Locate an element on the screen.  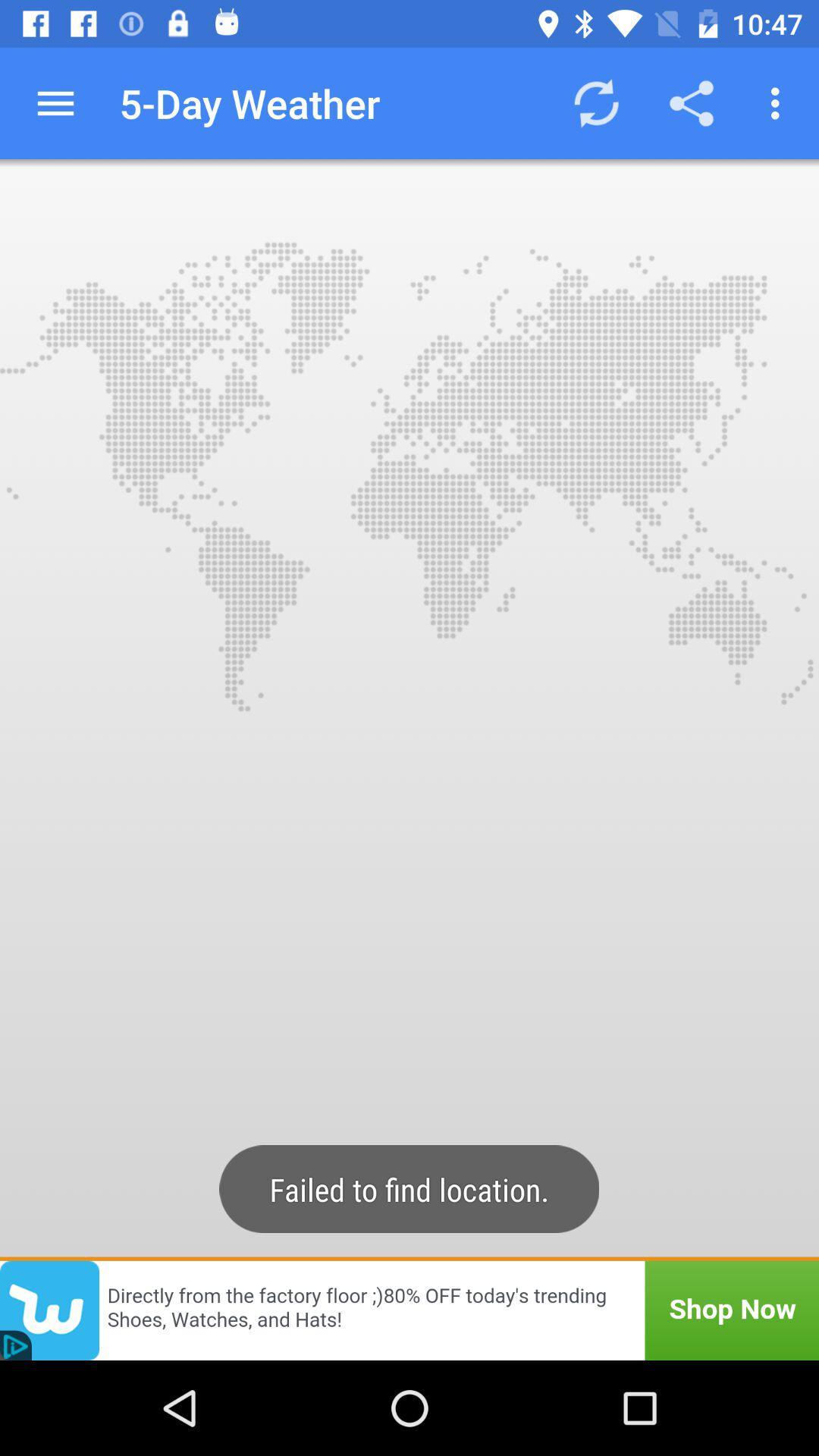
icon next to the 5-day weather icon is located at coordinates (55, 102).